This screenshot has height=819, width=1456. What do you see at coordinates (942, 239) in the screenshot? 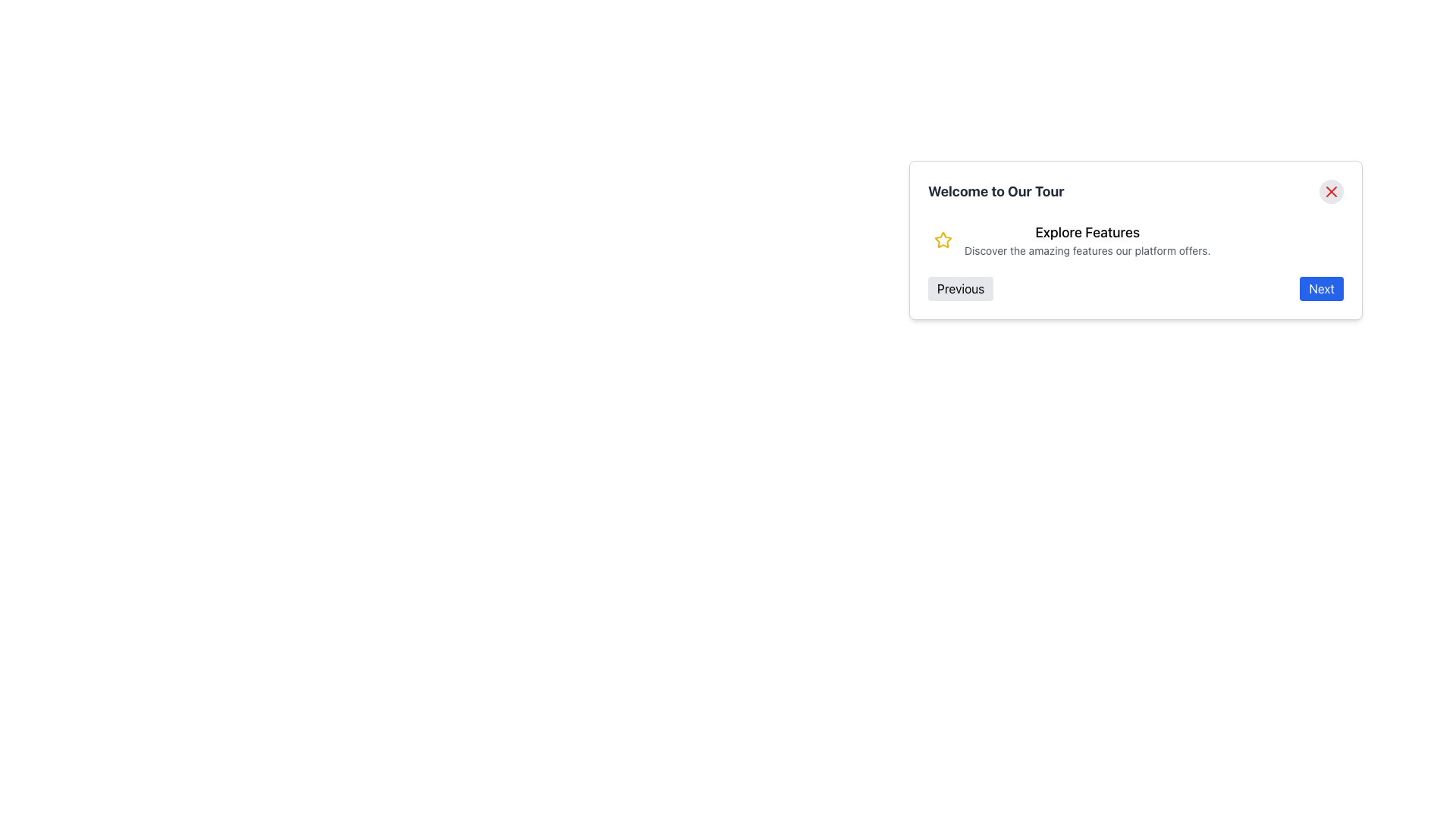
I see `the yellow star icon with a hollow interior and thin outline, located near the text 'Explore Features' in the panel` at bounding box center [942, 239].